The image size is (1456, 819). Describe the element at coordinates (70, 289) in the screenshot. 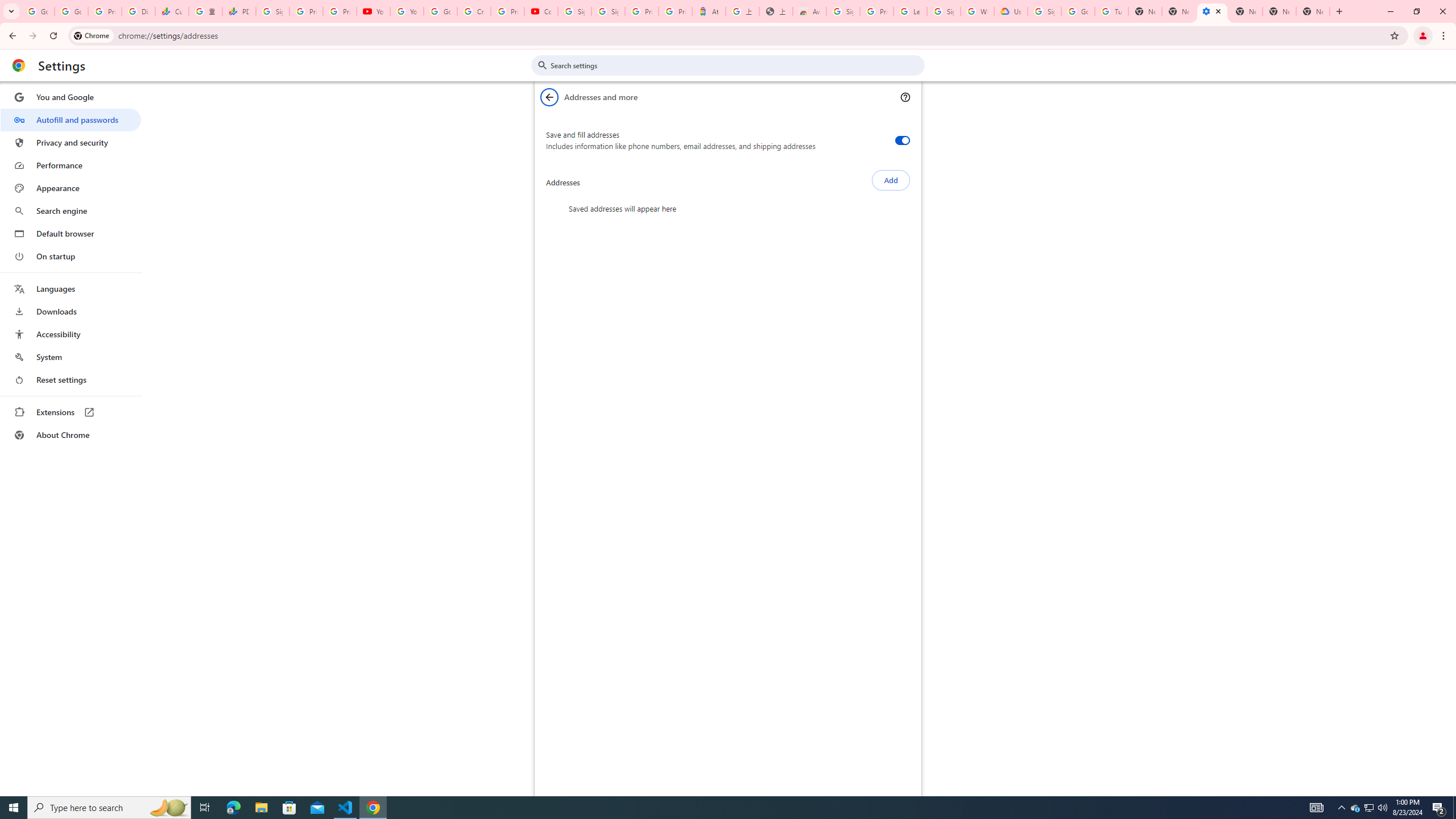

I see `'Languages'` at that location.